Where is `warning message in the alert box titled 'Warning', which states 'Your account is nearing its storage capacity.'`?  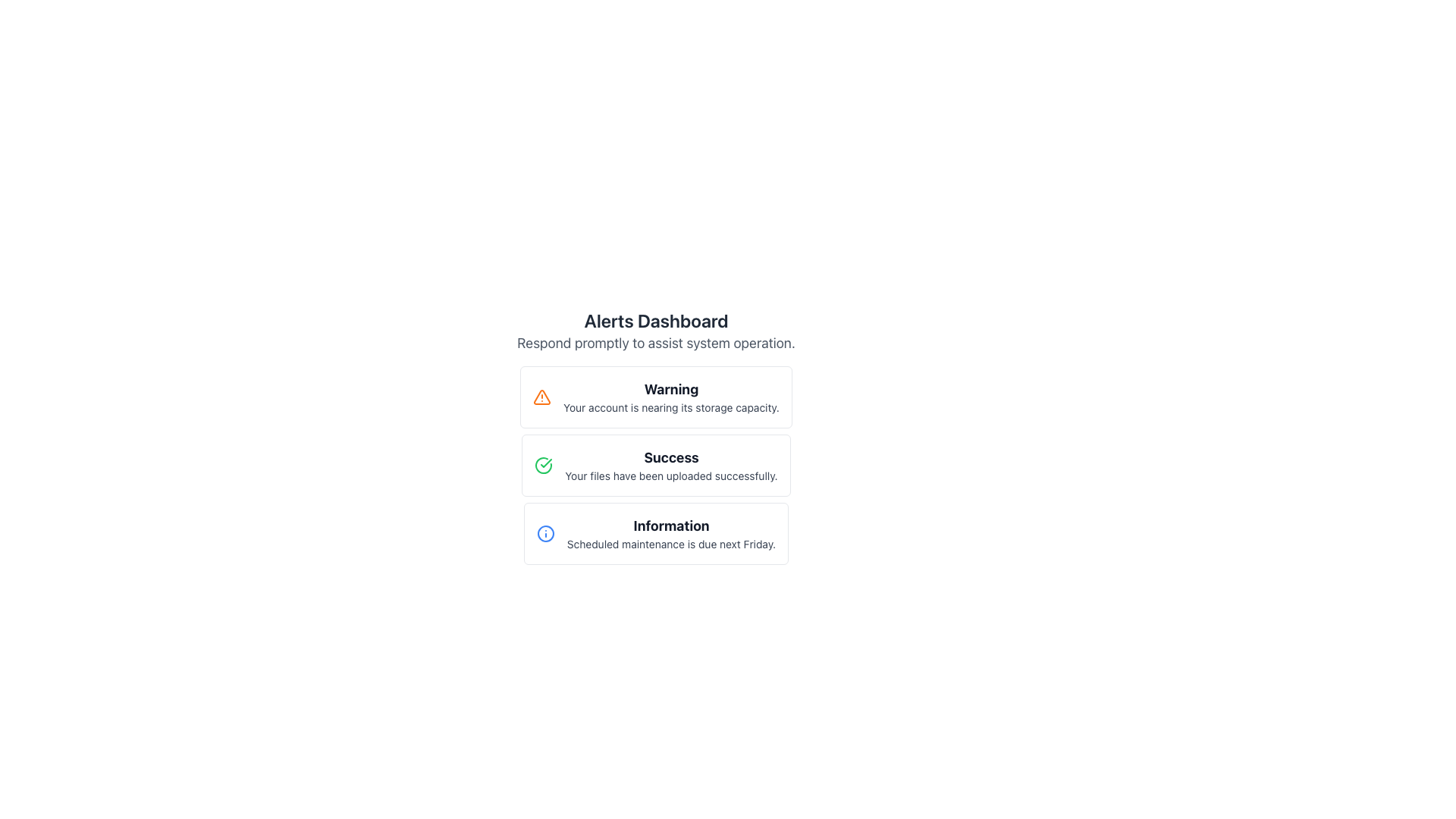
warning message in the alert box titled 'Warning', which states 'Your account is nearing its storage capacity.' is located at coordinates (670, 397).